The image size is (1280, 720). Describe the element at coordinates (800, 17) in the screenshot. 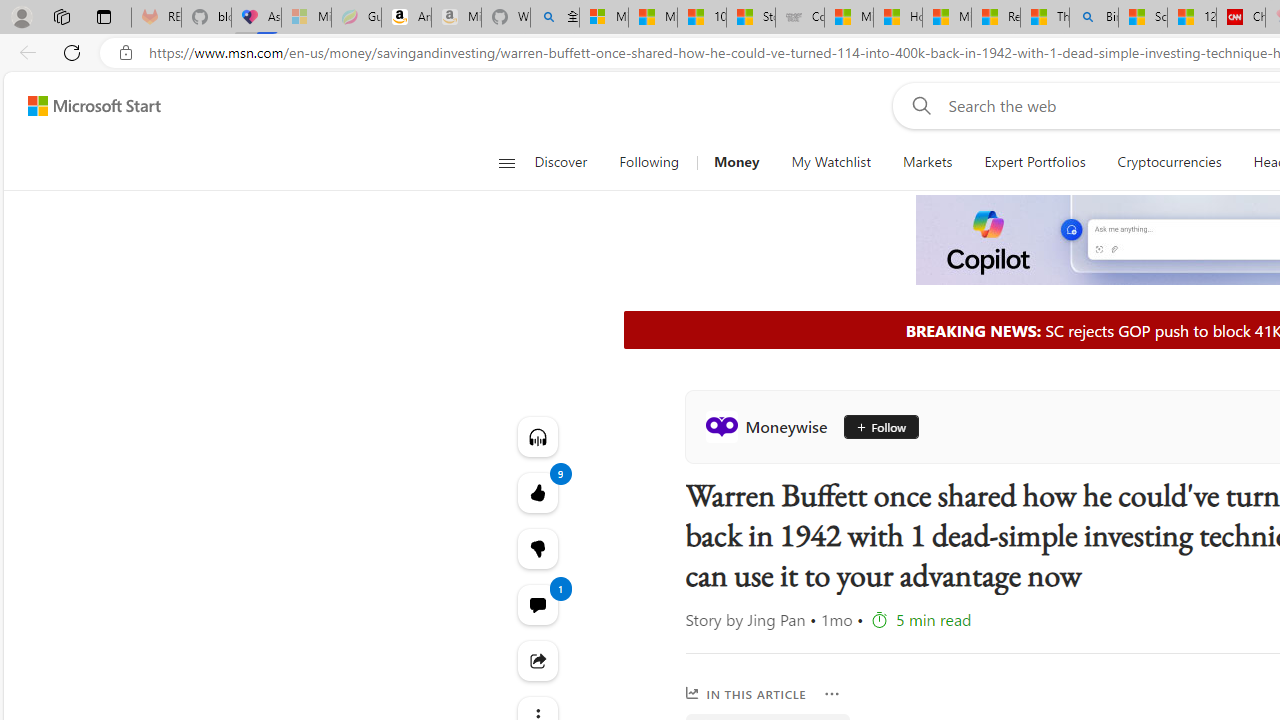

I see `'Combat Siege'` at that location.